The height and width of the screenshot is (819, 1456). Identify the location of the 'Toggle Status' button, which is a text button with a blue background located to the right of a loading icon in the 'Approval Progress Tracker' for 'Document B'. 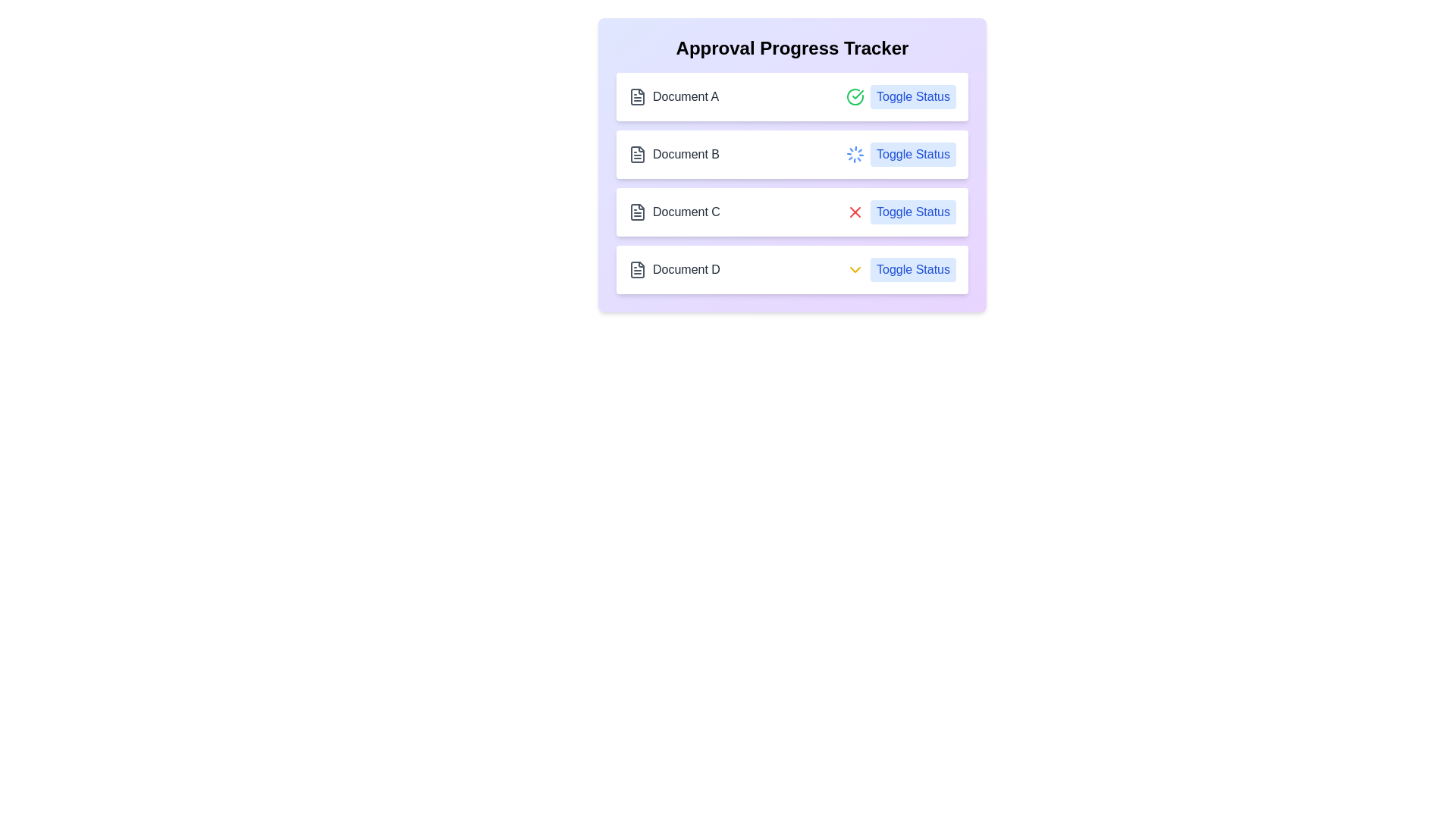
(901, 155).